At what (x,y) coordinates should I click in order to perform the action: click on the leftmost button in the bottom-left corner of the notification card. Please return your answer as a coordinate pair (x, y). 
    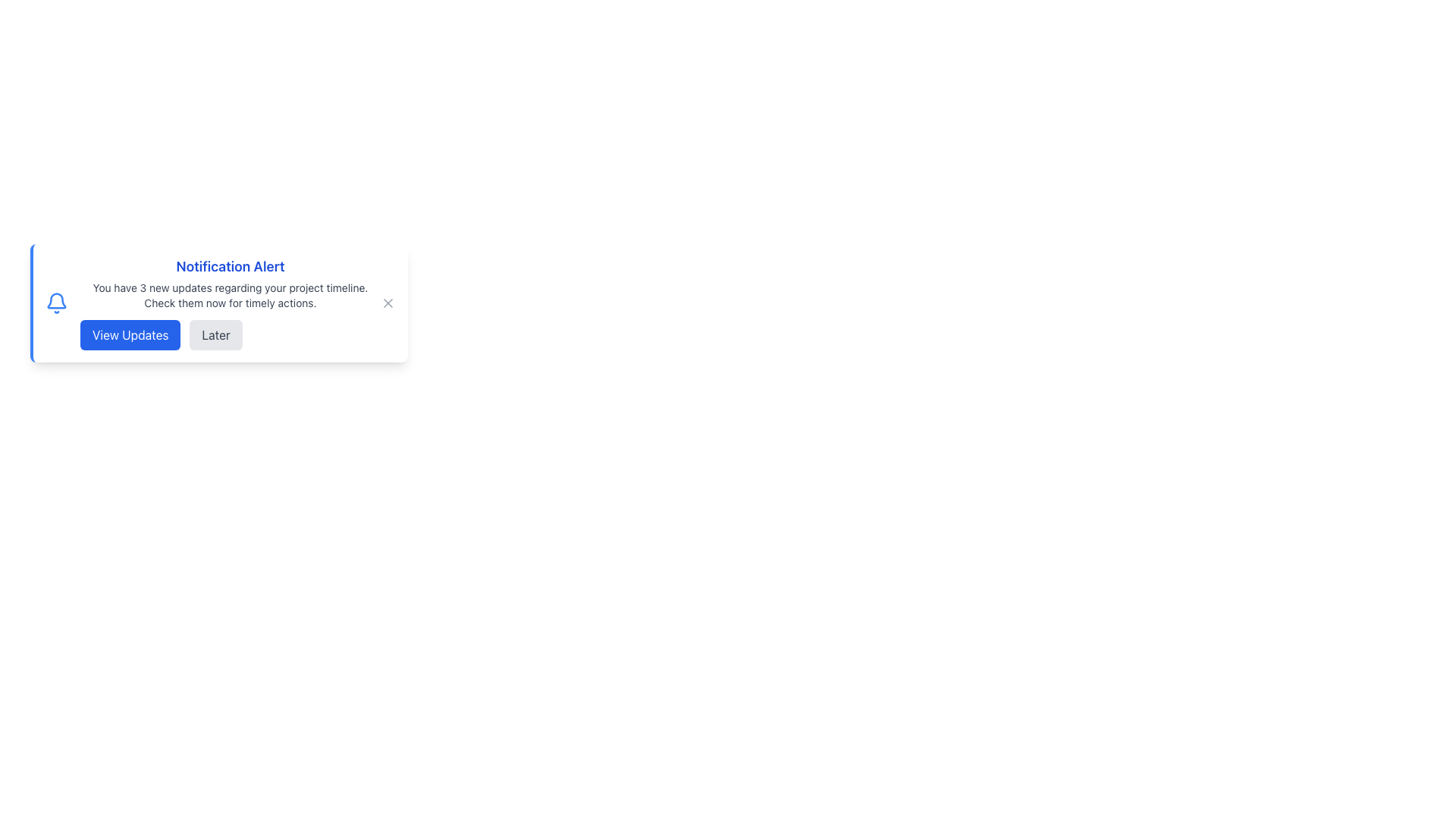
    Looking at the image, I should click on (130, 334).